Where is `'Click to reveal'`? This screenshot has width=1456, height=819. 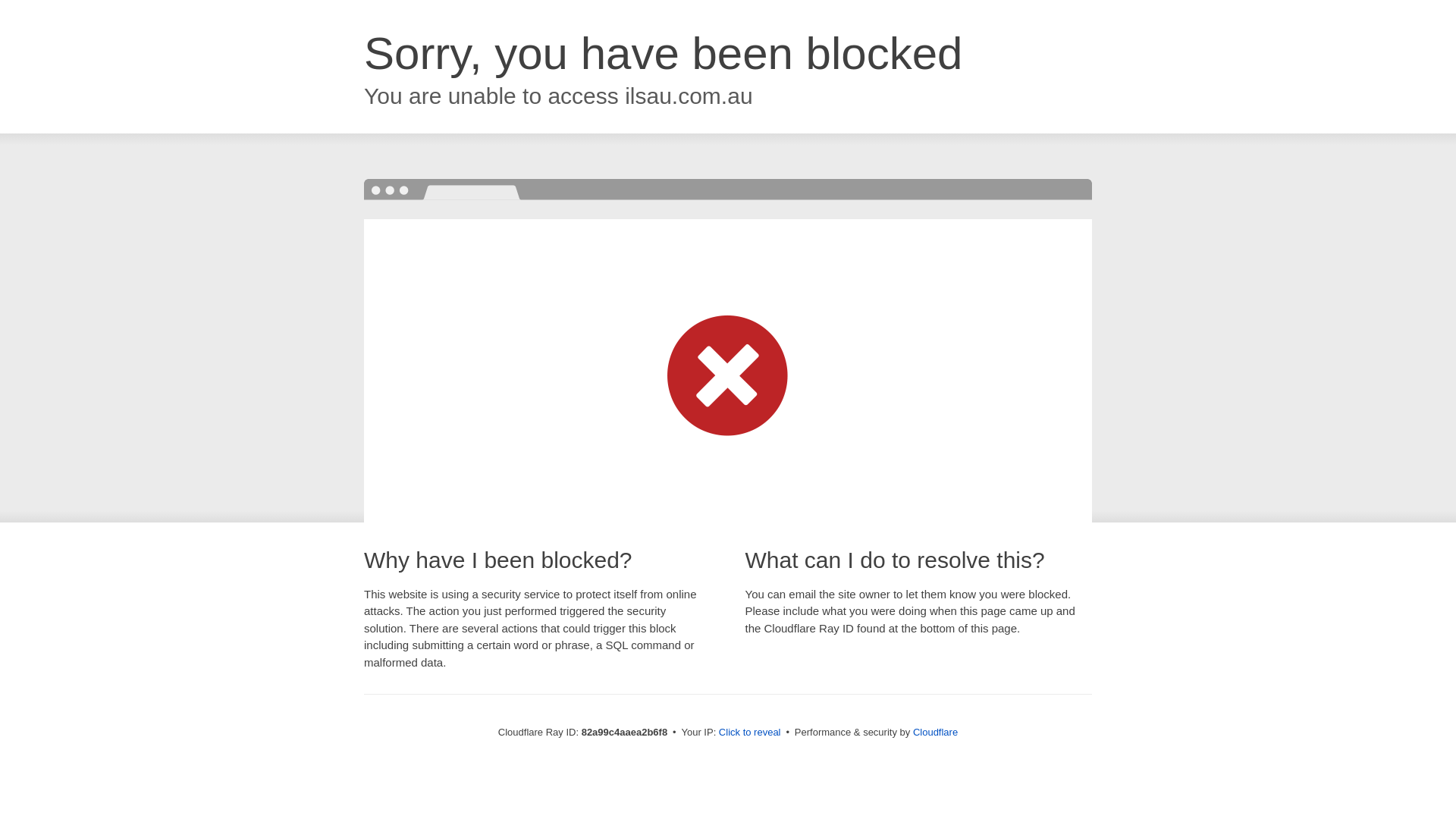
'Click to reveal' is located at coordinates (718, 731).